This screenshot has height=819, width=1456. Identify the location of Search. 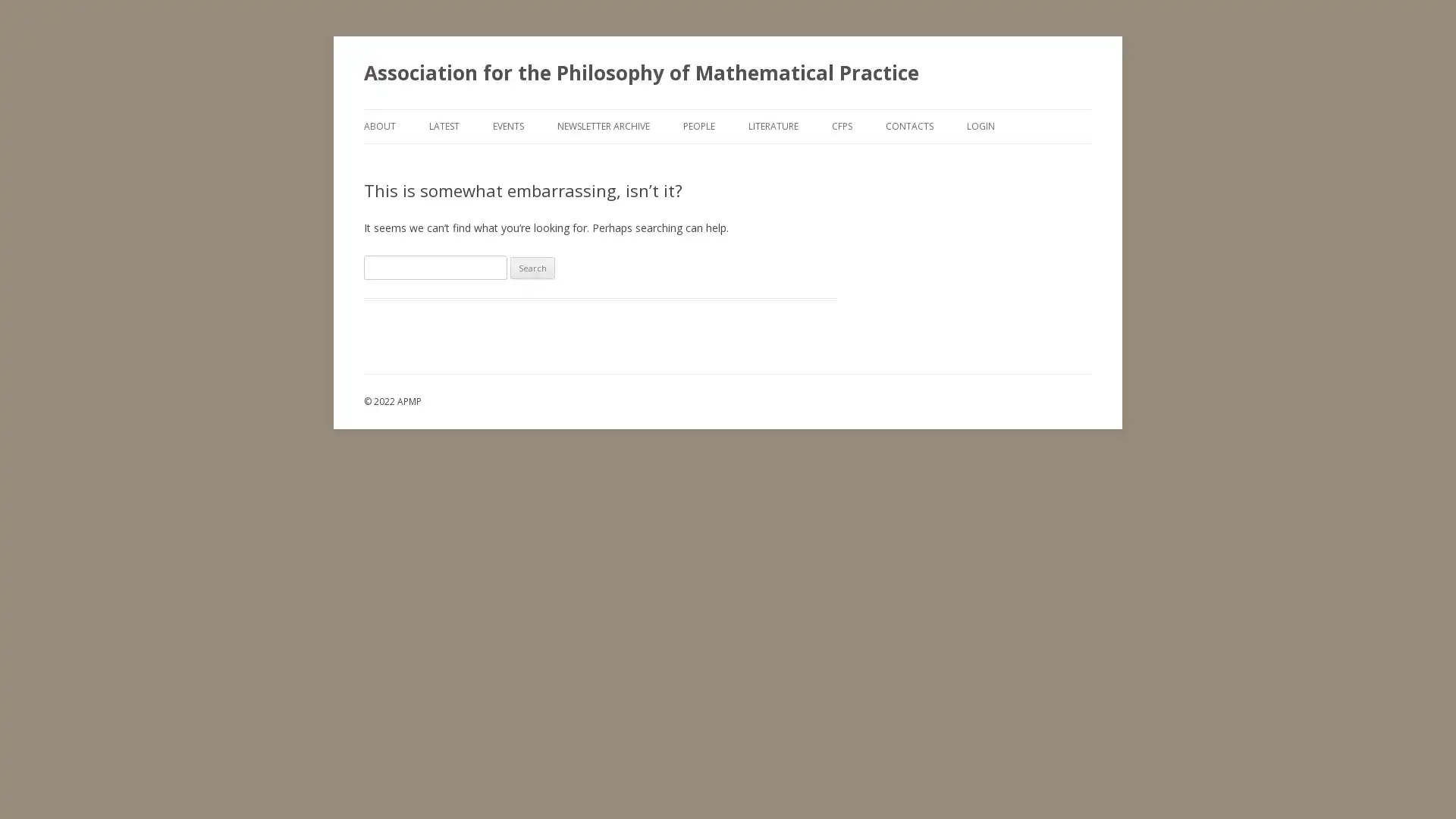
(532, 267).